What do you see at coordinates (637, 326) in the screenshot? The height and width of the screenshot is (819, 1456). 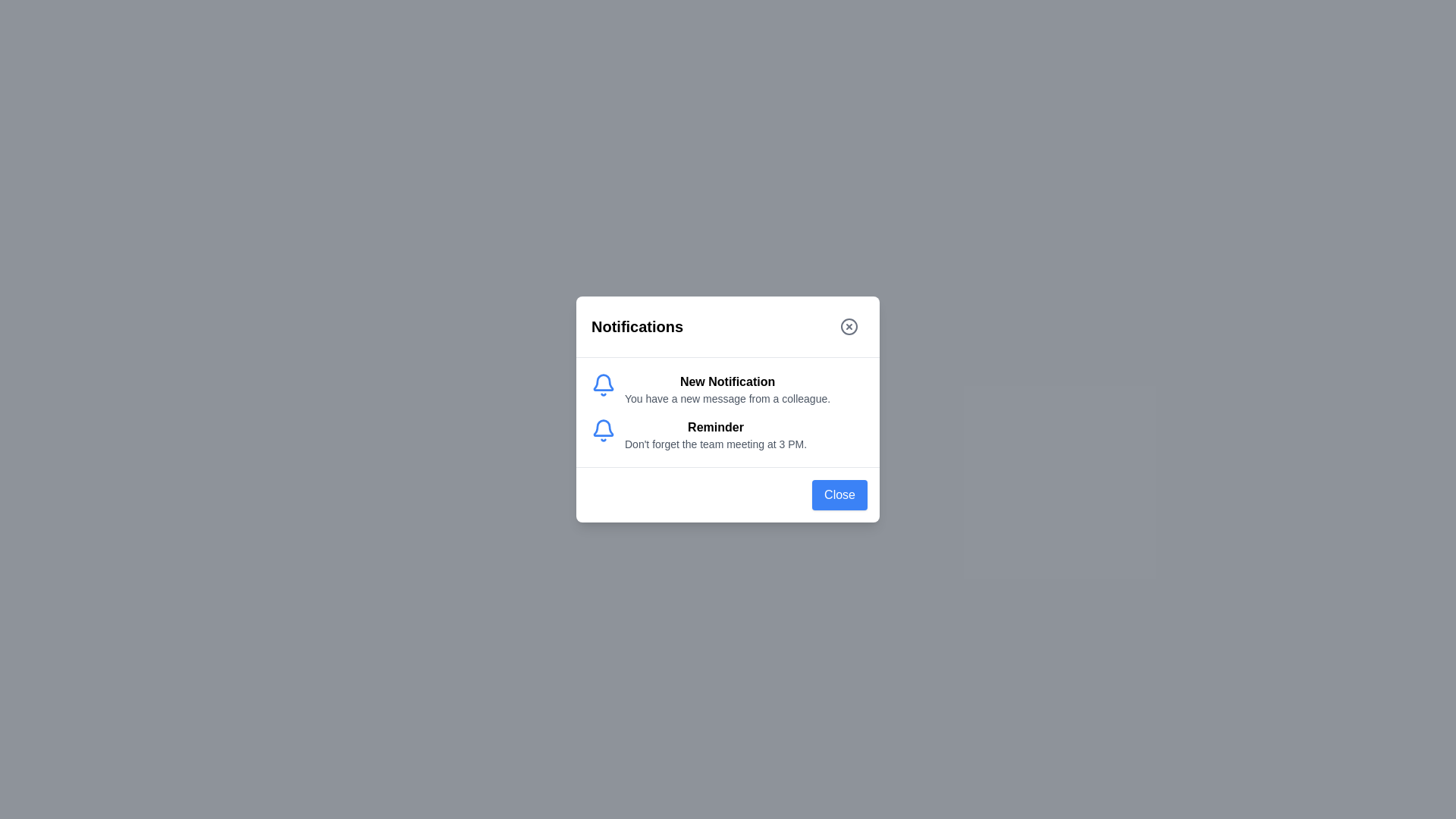 I see `the bold, black text label displaying 'Notifications' located in the header section of the modal dialog box` at bounding box center [637, 326].